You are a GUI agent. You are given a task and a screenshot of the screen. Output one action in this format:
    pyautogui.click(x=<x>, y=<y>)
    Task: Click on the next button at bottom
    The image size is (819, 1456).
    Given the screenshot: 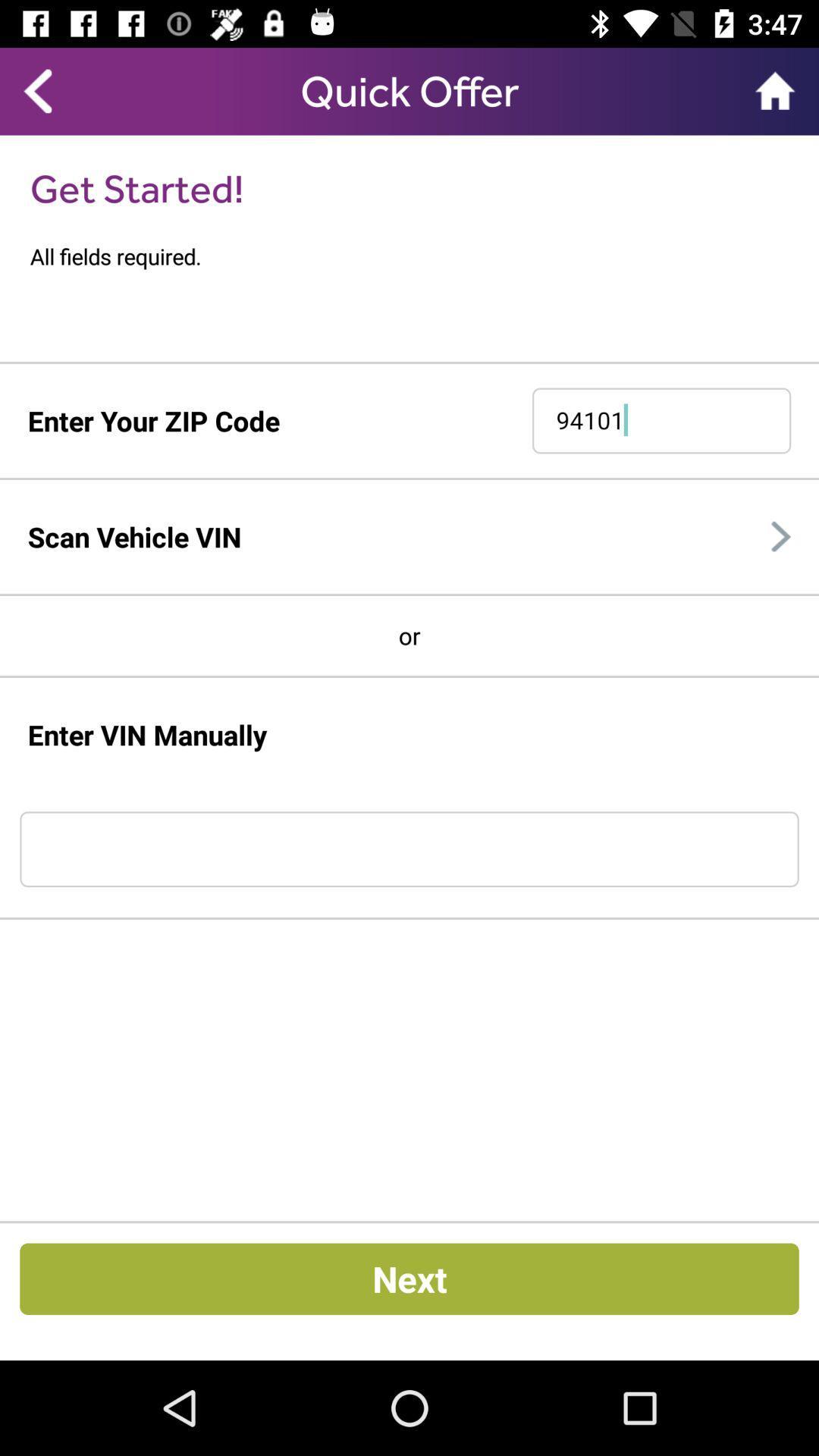 What is the action you would take?
    pyautogui.click(x=409, y=1278)
    